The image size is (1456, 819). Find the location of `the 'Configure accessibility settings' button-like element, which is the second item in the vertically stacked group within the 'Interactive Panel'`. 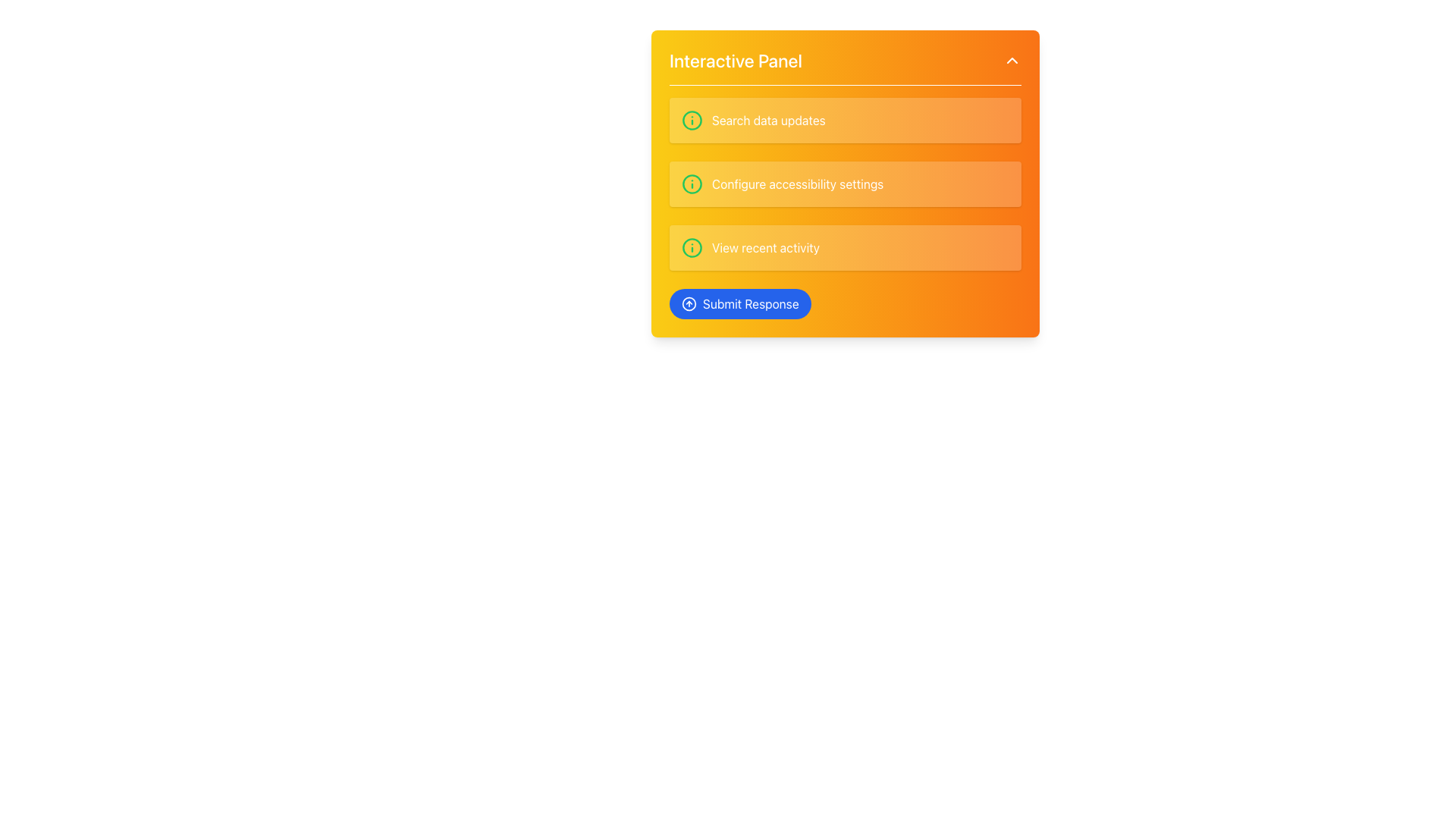

the 'Configure accessibility settings' button-like element, which is the second item in the vertically stacked group within the 'Interactive Panel' is located at coordinates (844, 184).